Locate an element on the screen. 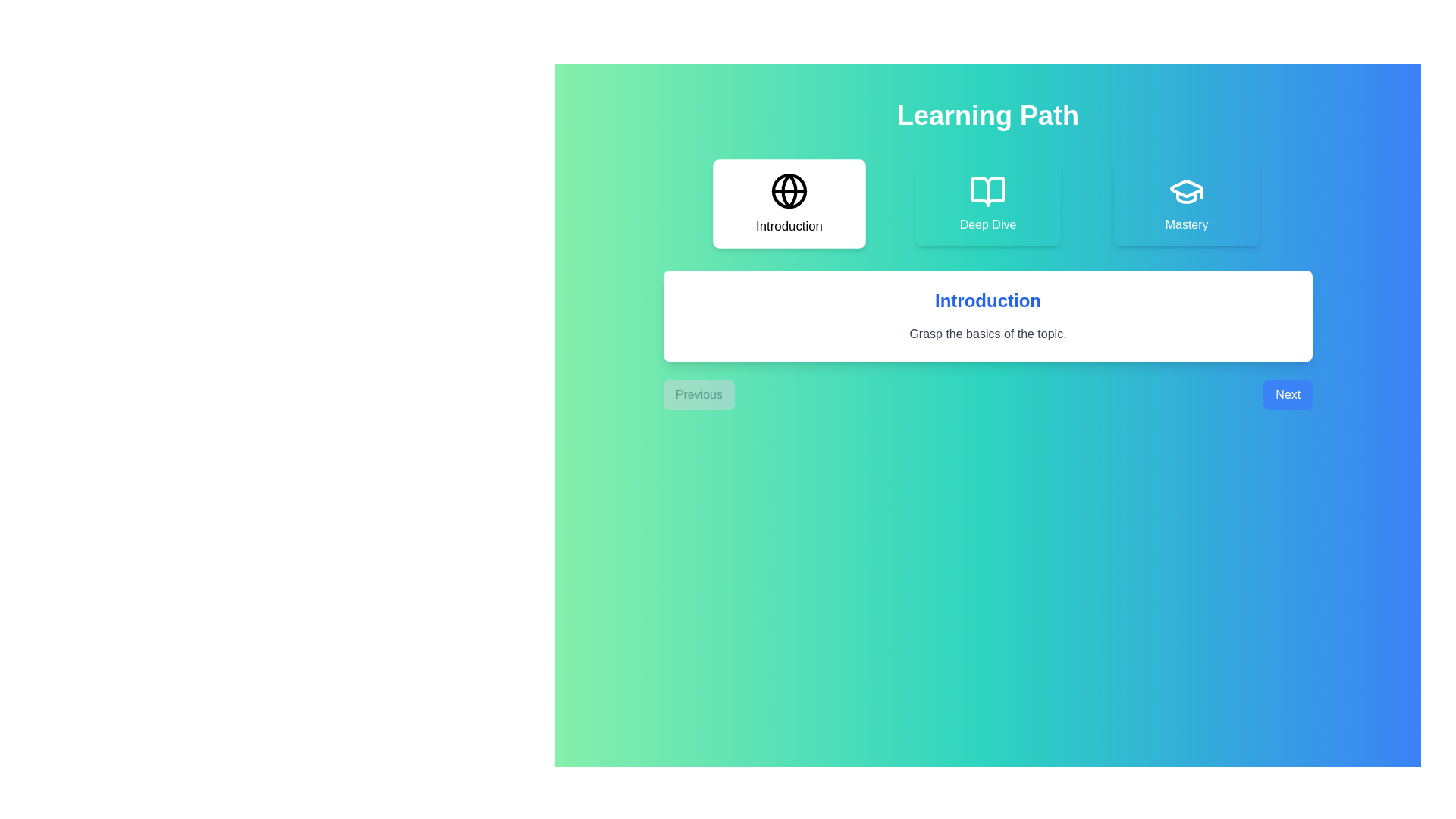 The width and height of the screenshot is (1456, 819). the 'Next' button to navigate to the next stage is located at coordinates (1287, 394).